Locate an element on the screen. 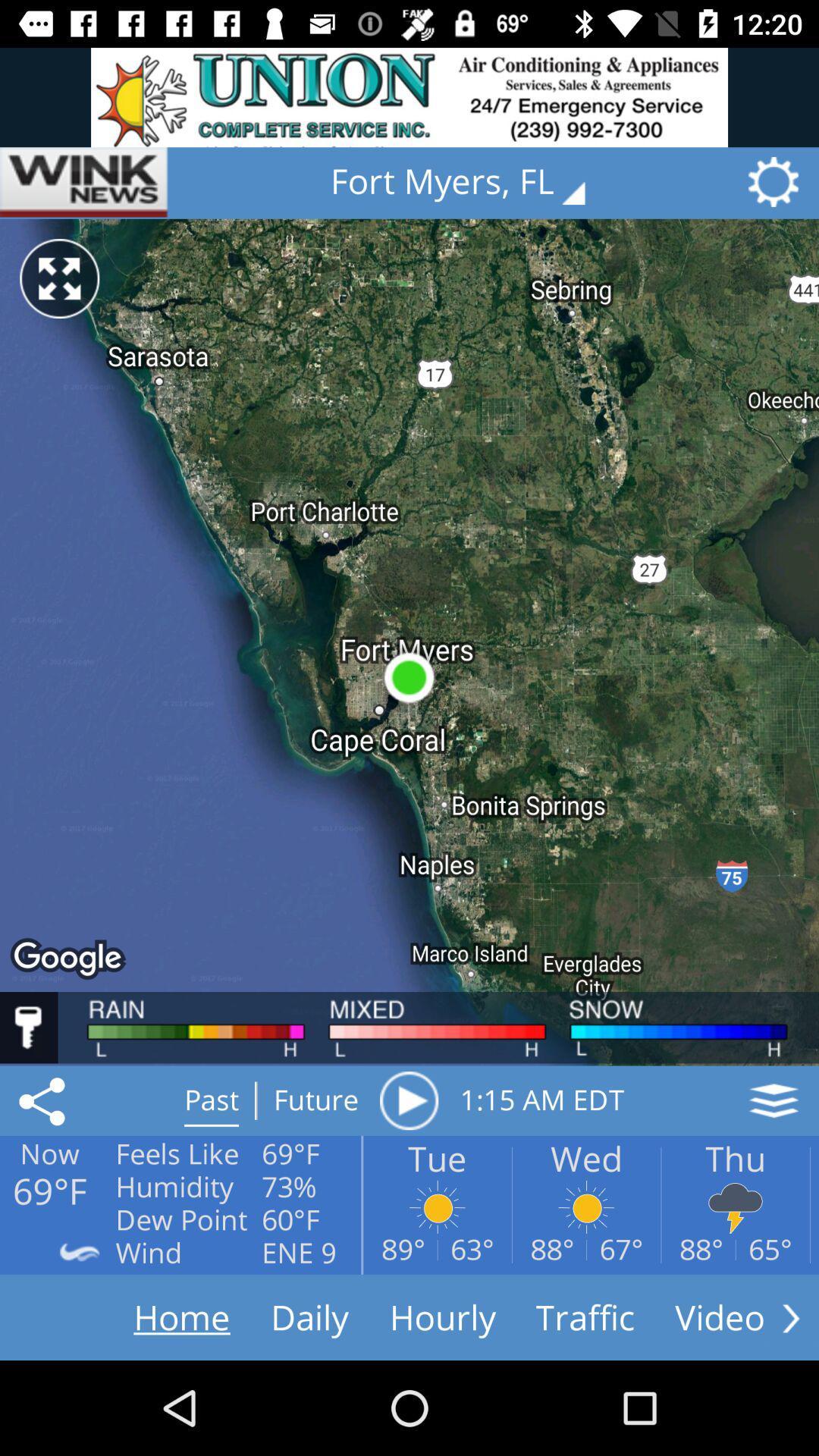 This screenshot has width=819, height=1456. the arrow_forward icon is located at coordinates (790, 1317).